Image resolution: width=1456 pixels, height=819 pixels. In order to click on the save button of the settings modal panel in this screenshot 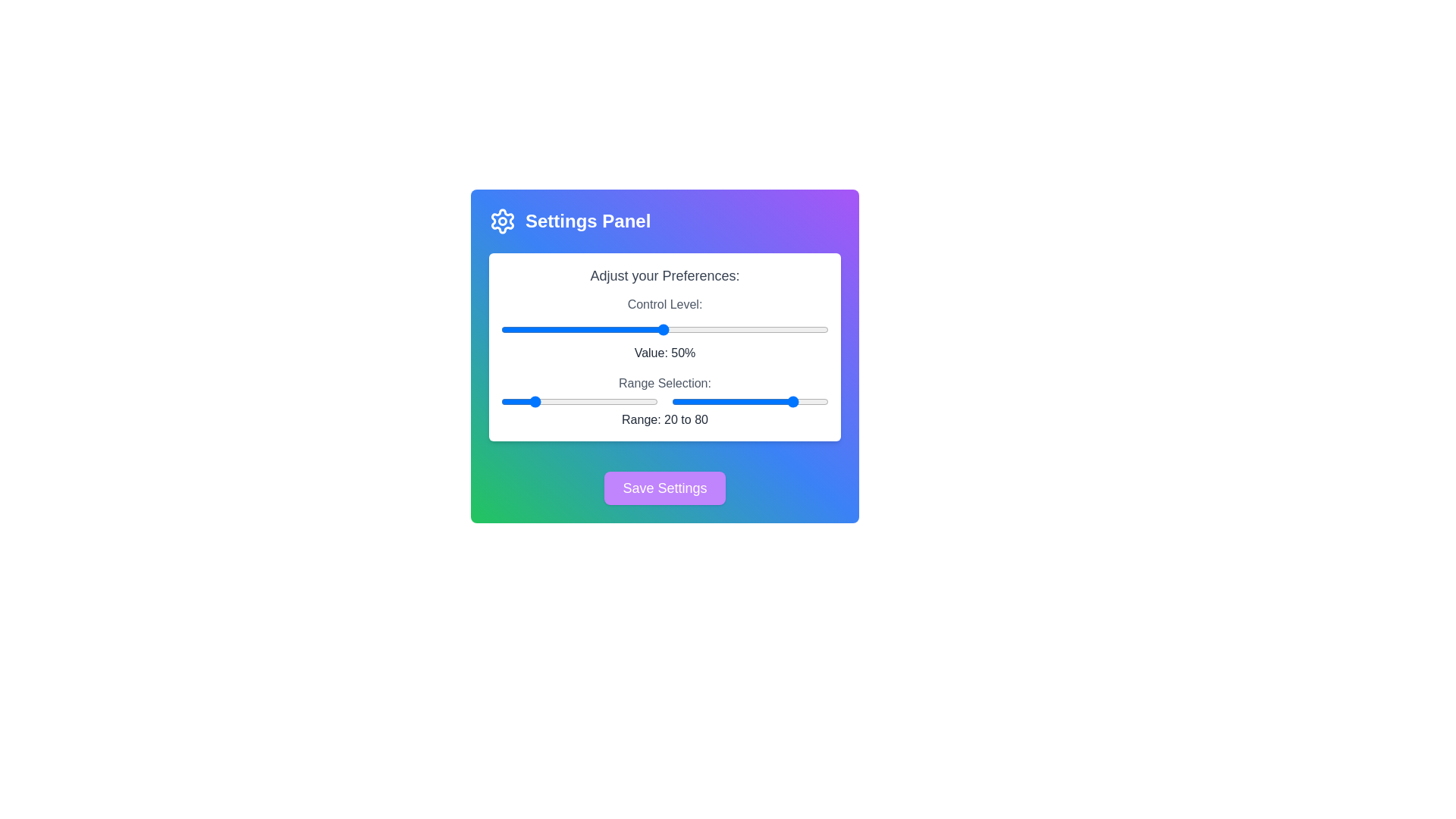, I will do `click(665, 356)`.